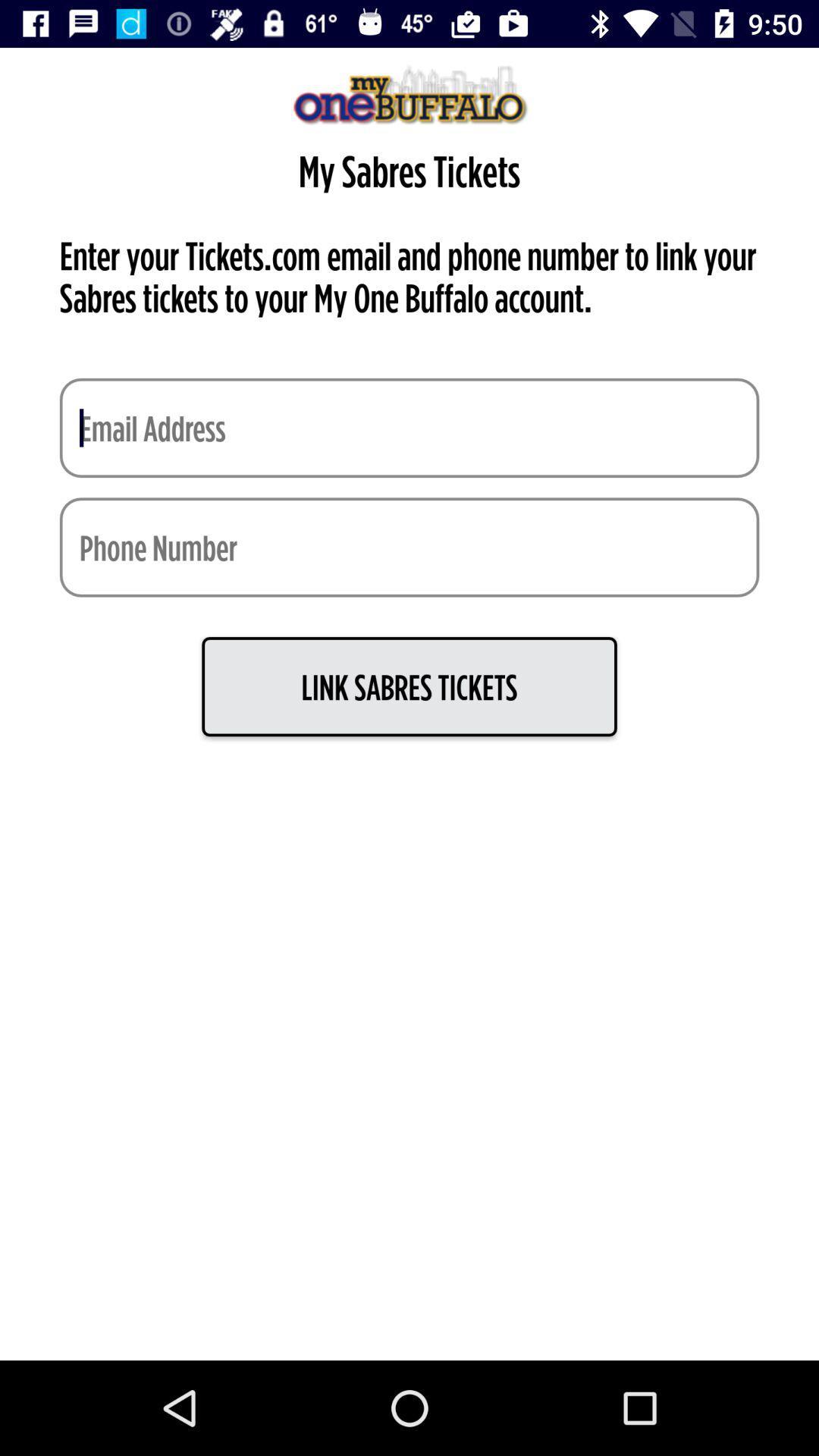 This screenshot has height=1456, width=819. What do you see at coordinates (409, 427) in the screenshot?
I see `put email` at bounding box center [409, 427].